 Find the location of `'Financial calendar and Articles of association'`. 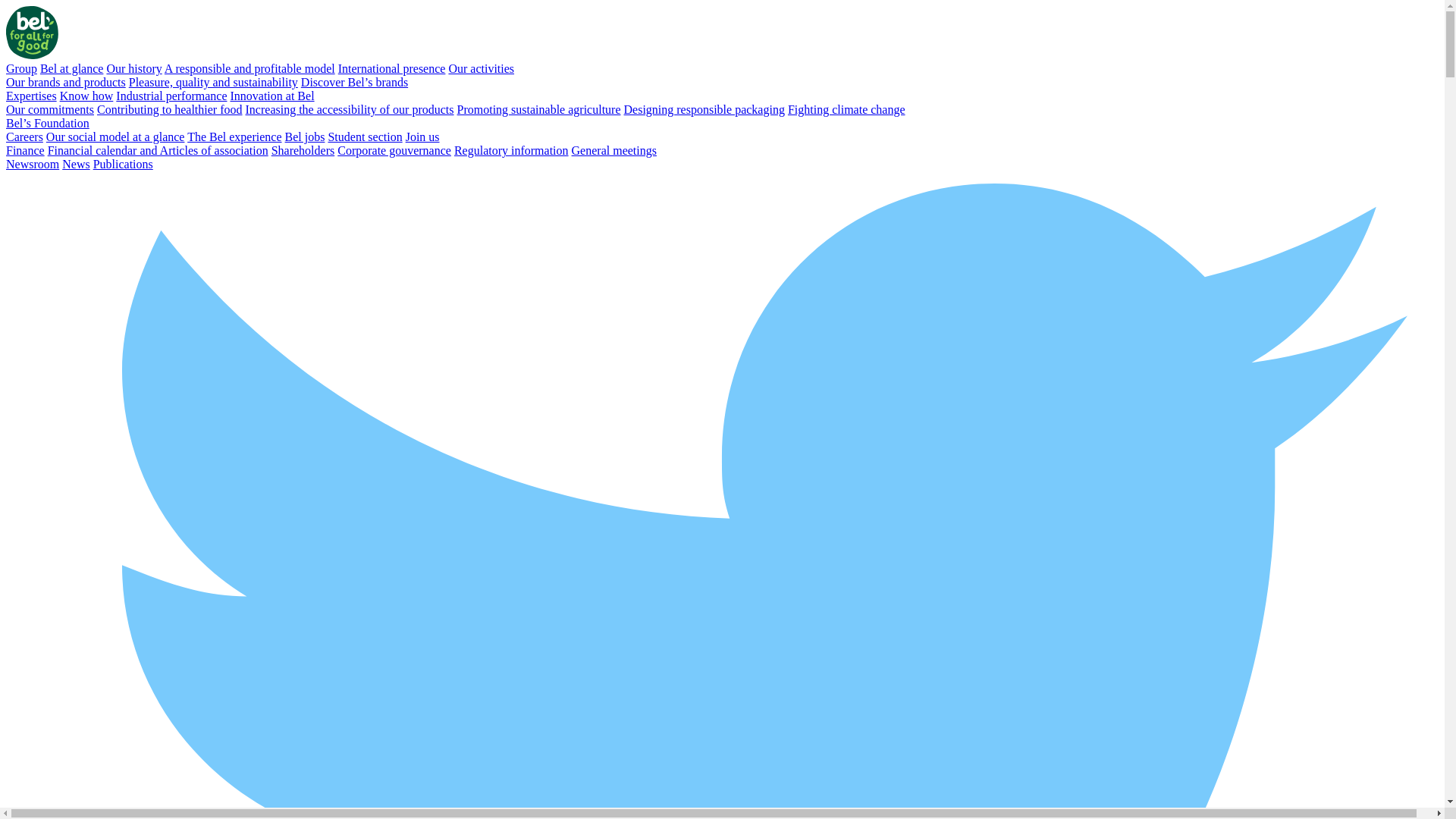

'Financial calendar and Articles of association' is located at coordinates (158, 150).